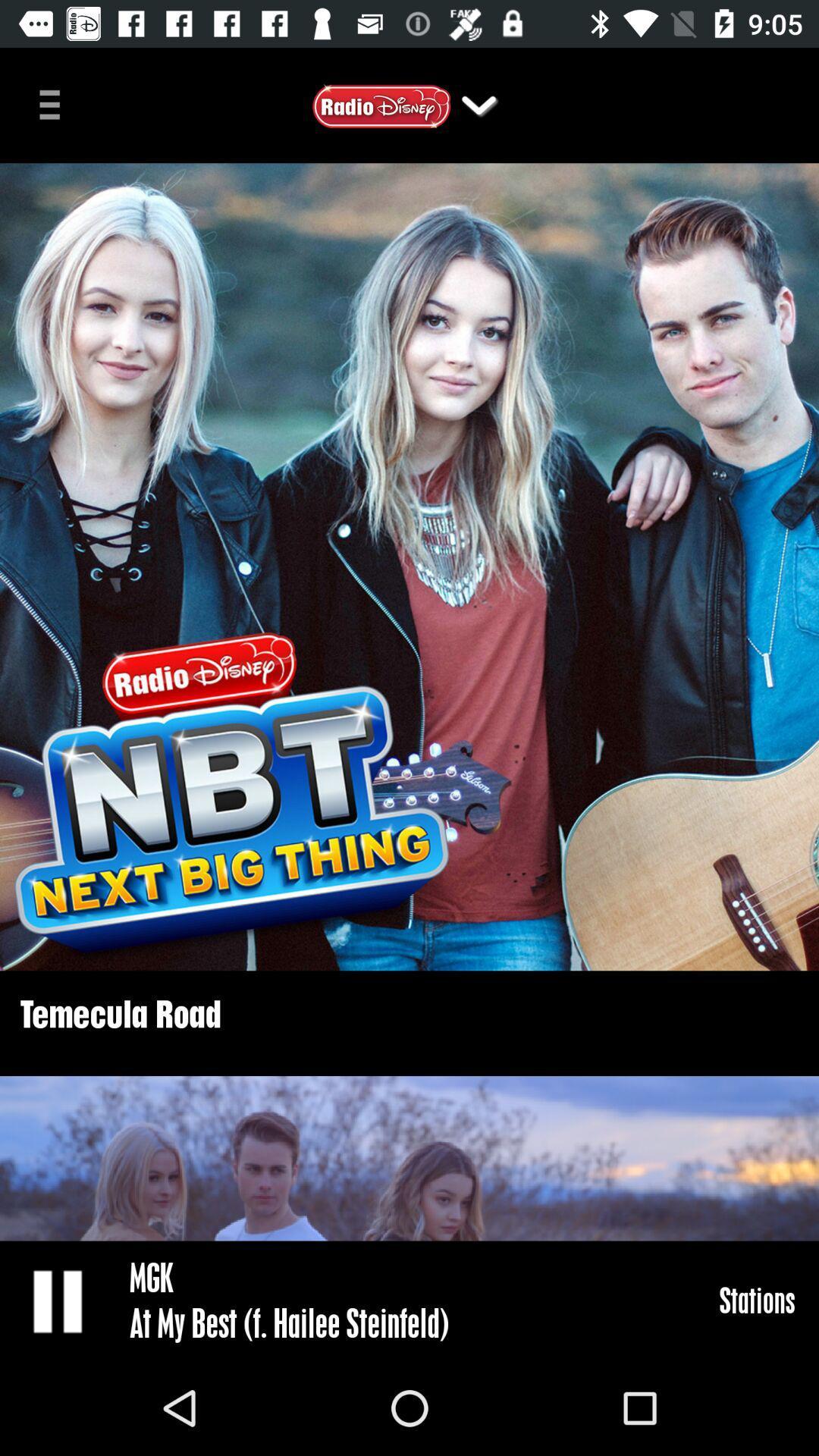  What do you see at coordinates (757, 1299) in the screenshot?
I see `icon next to the mgk icon` at bounding box center [757, 1299].